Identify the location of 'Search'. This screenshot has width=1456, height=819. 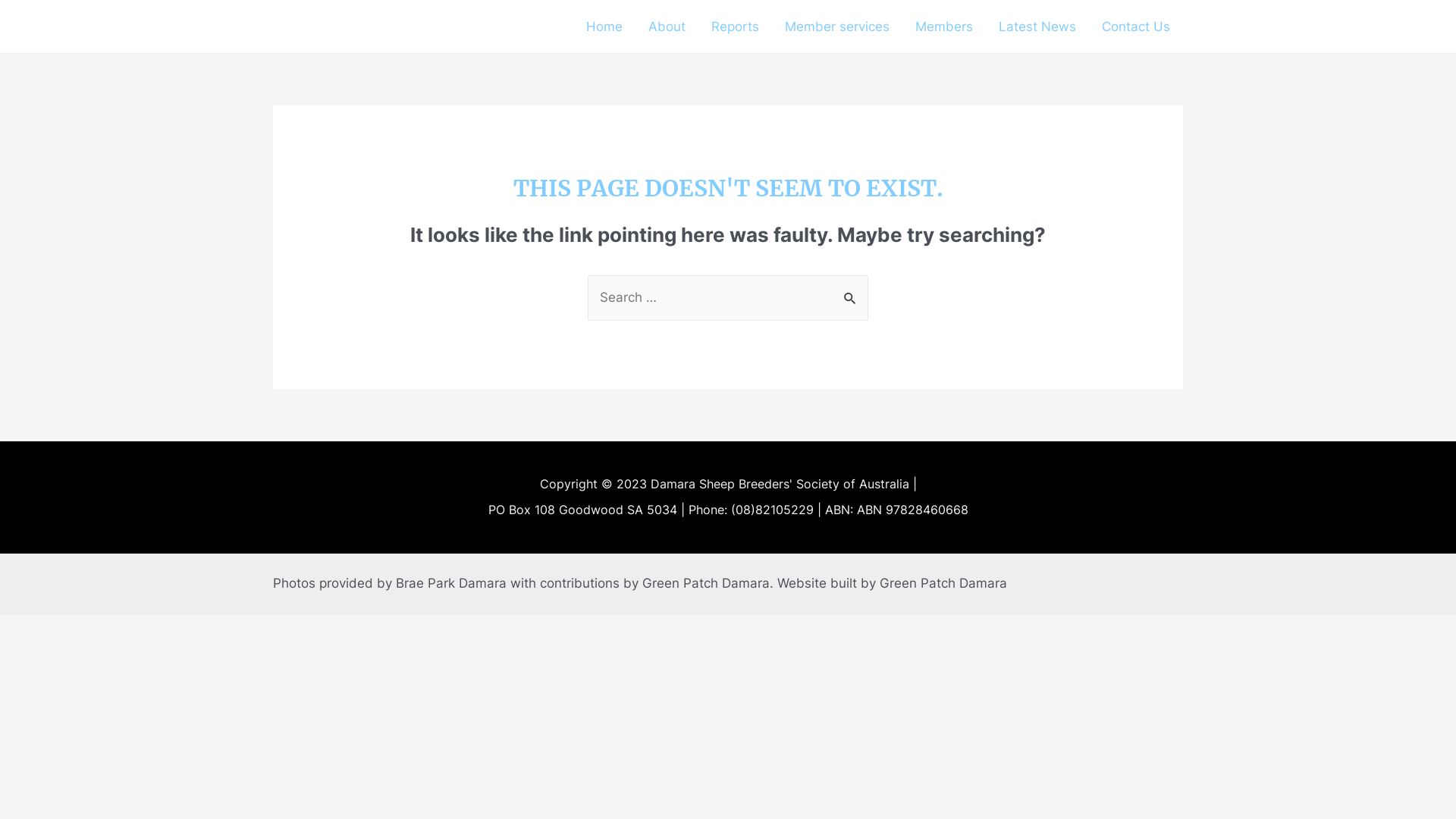
(851, 291).